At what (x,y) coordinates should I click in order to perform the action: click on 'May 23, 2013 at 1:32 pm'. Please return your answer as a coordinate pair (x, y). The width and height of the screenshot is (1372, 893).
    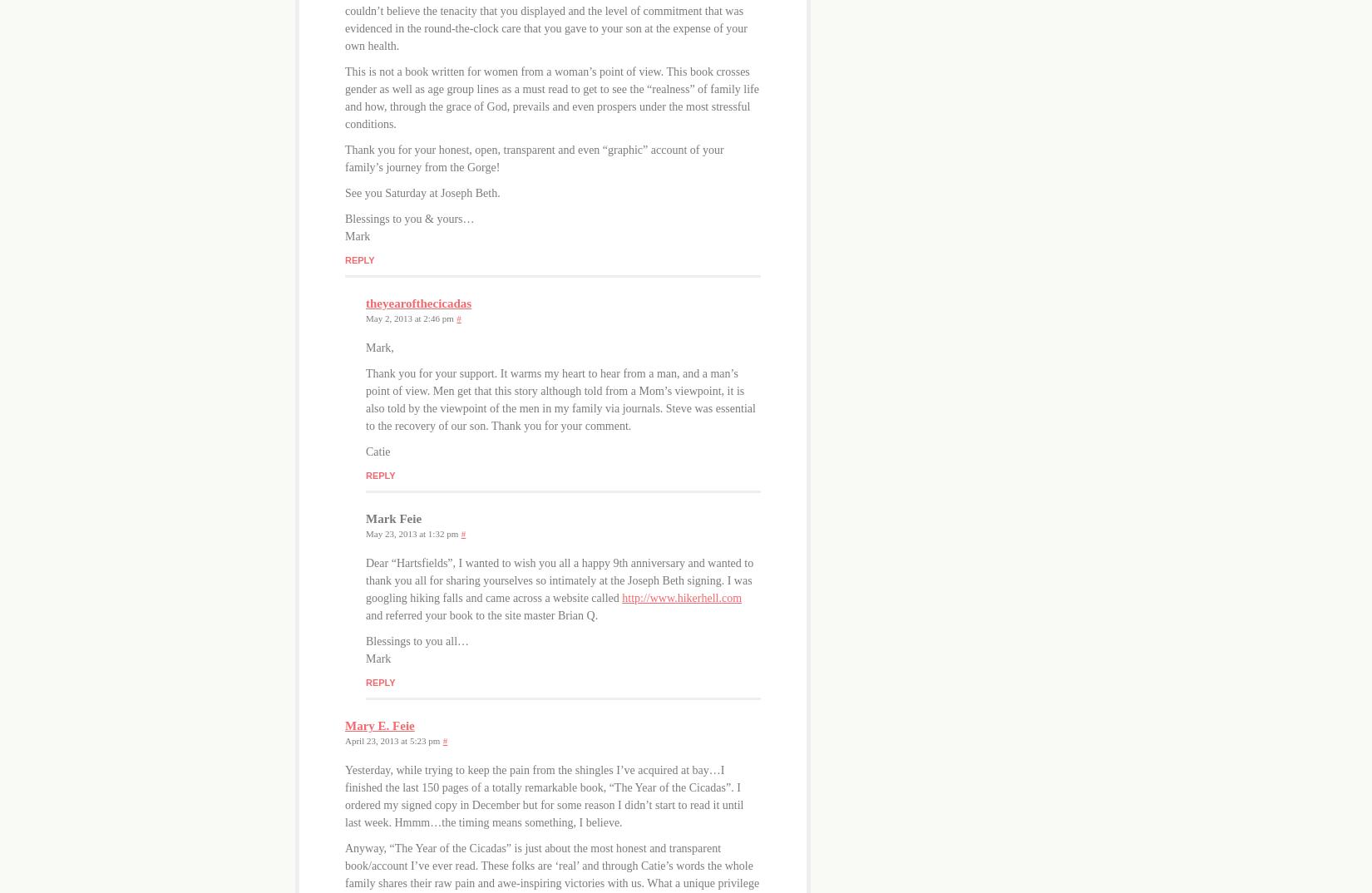
    Looking at the image, I should click on (411, 532).